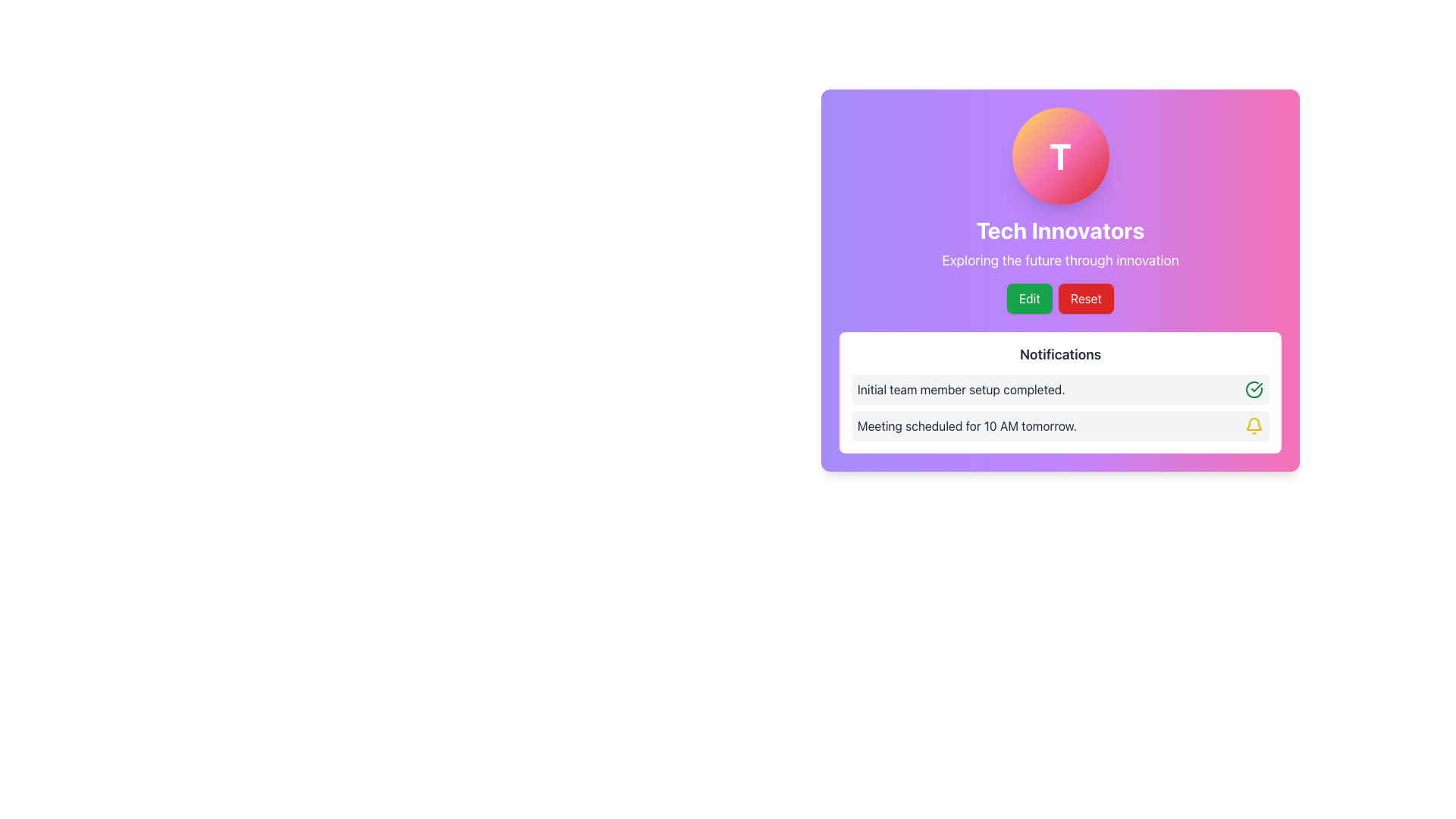  I want to click on the first notification message in the 'Notifications' section, indicating that the initial team member setup has been successfully completed, so click(1059, 388).